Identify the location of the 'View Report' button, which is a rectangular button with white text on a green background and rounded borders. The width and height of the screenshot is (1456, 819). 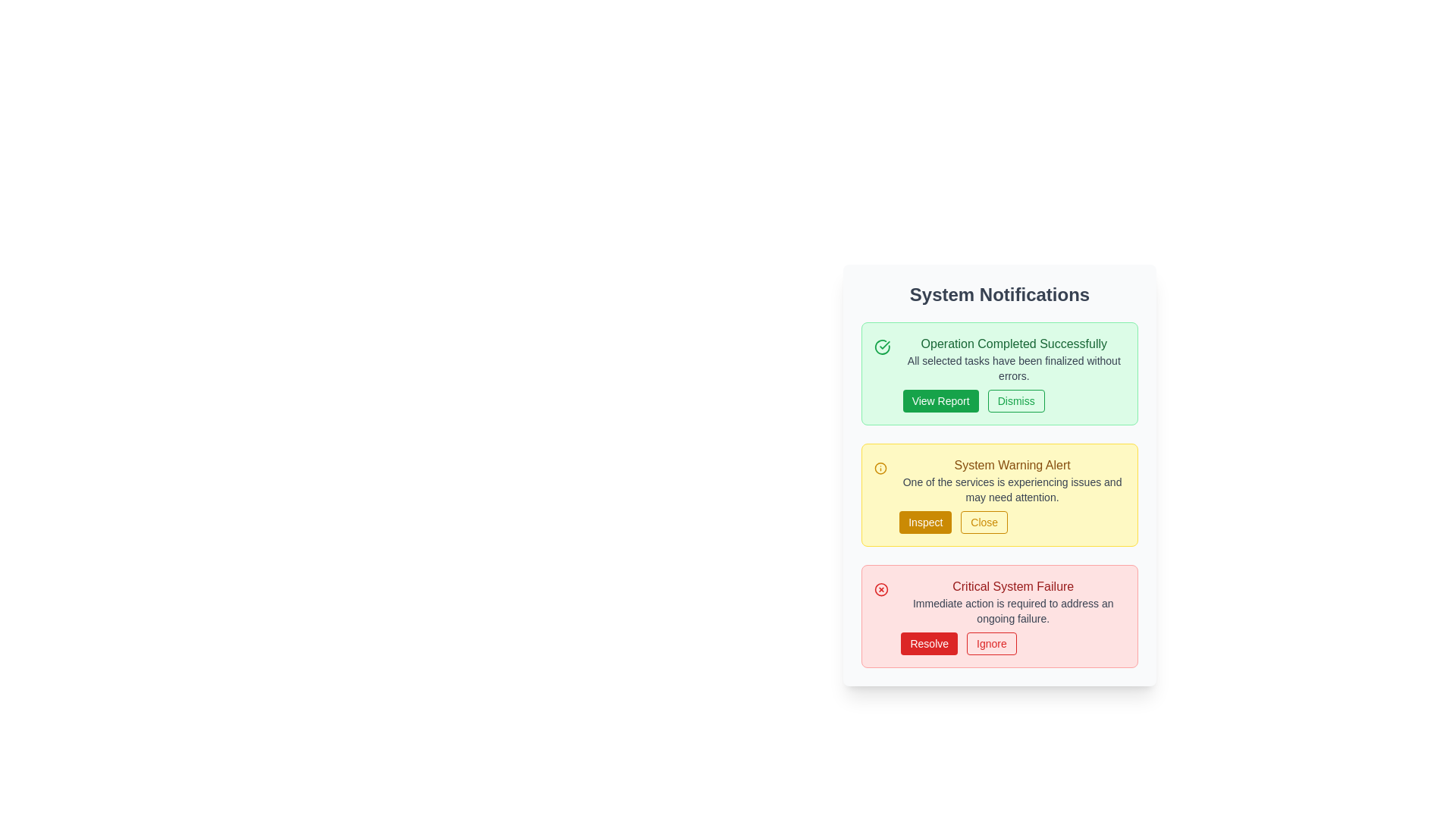
(940, 400).